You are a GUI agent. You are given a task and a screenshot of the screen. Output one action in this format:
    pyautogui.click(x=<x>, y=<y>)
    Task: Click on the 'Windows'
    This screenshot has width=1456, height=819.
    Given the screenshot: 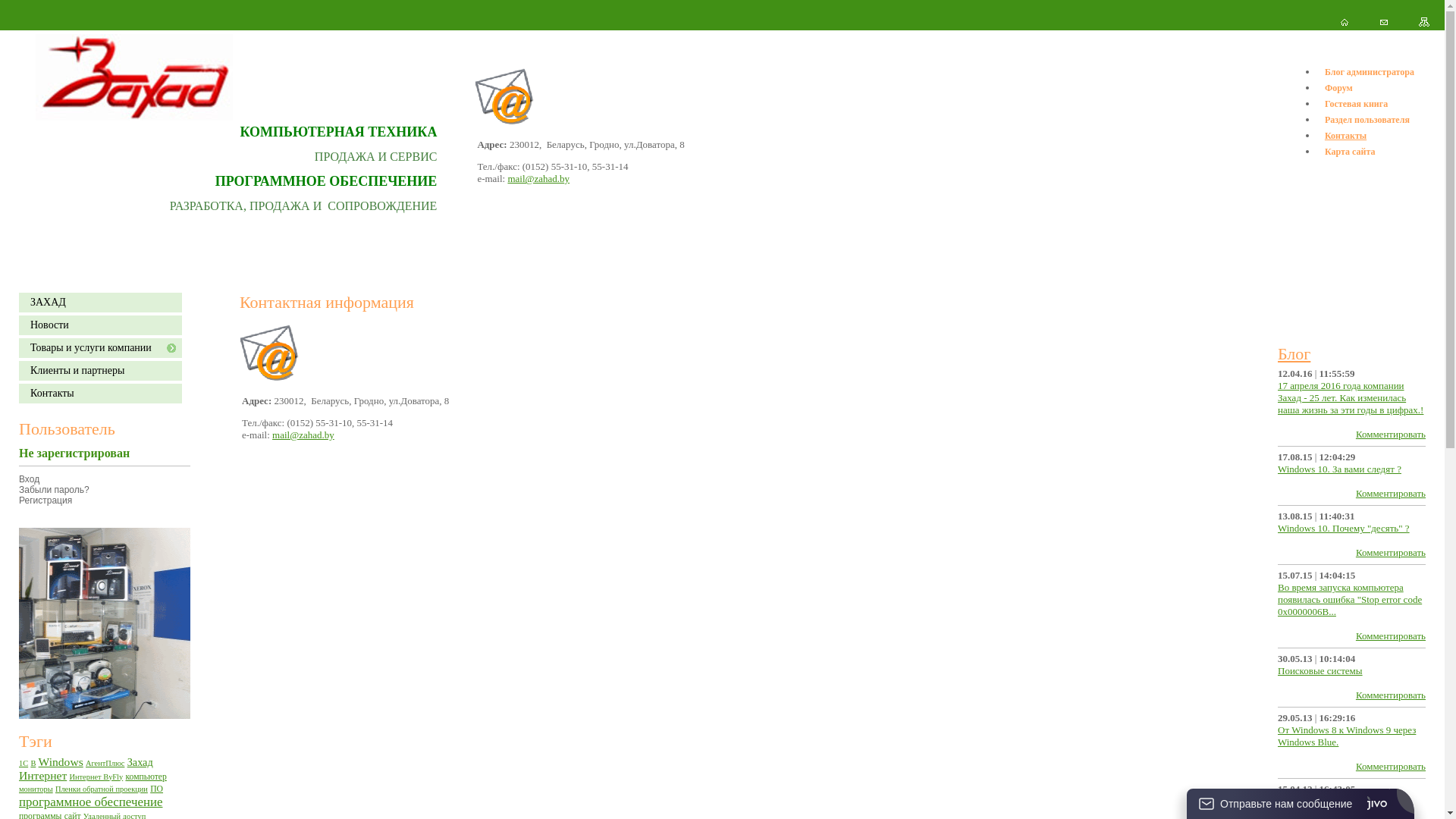 What is the action you would take?
    pyautogui.click(x=61, y=761)
    